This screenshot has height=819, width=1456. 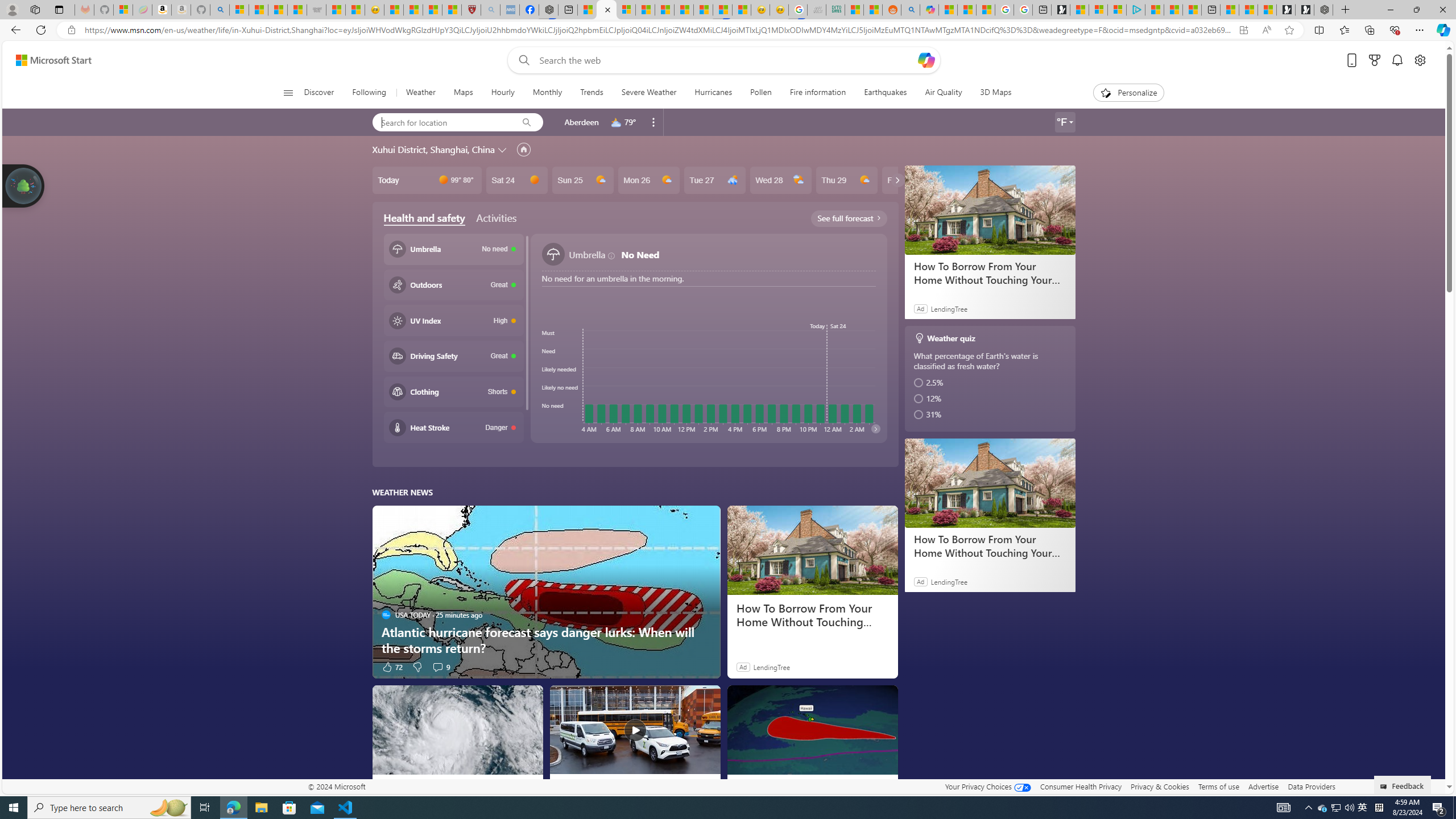 What do you see at coordinates (433, 148) in the screenshot?
I see `'Xuhui District, Shanghai, China'` at bounding box center [433, 148].